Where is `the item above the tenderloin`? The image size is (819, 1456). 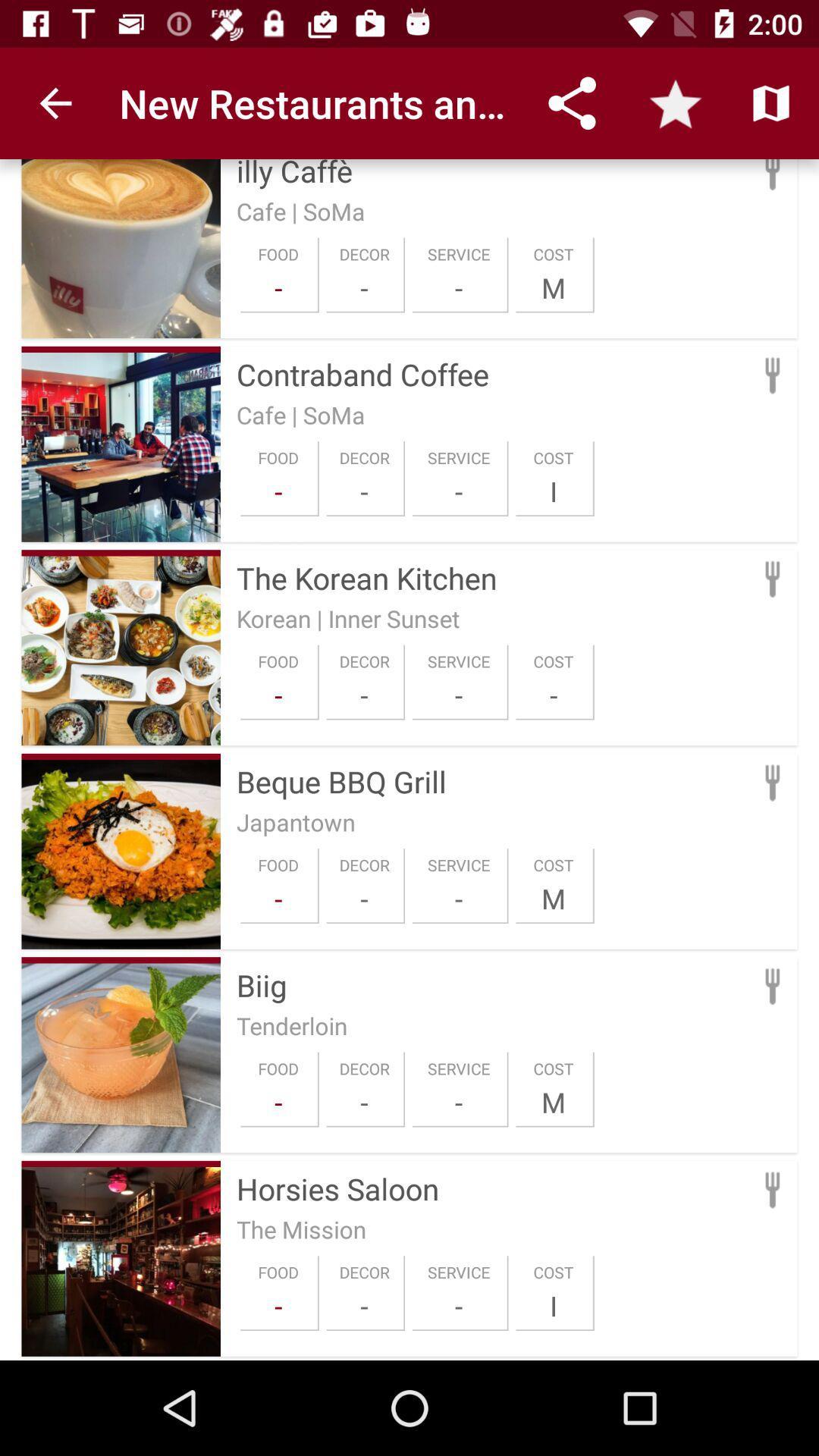 the item above the tenderloin is located at coordinates (493, 985).